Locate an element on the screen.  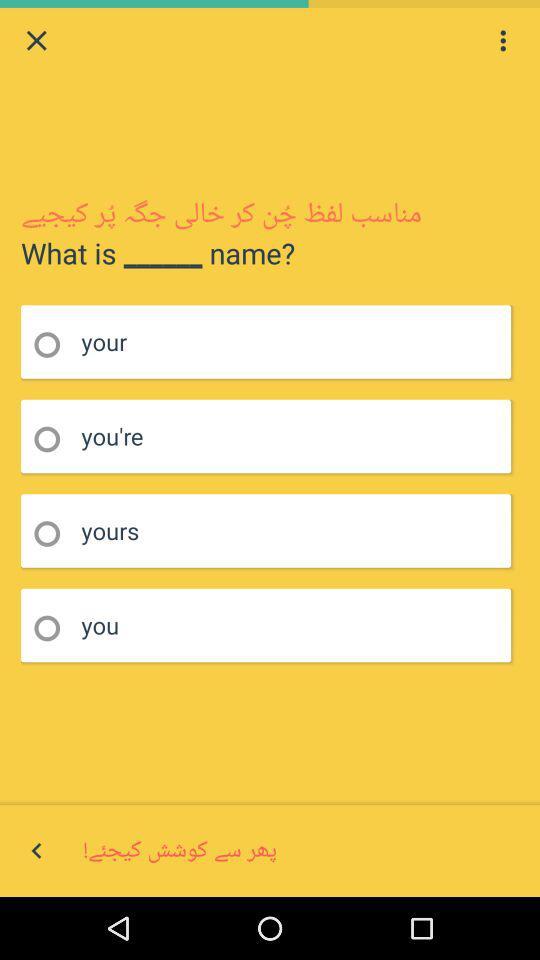
opens an options menu is located at coordinates (502, 39).